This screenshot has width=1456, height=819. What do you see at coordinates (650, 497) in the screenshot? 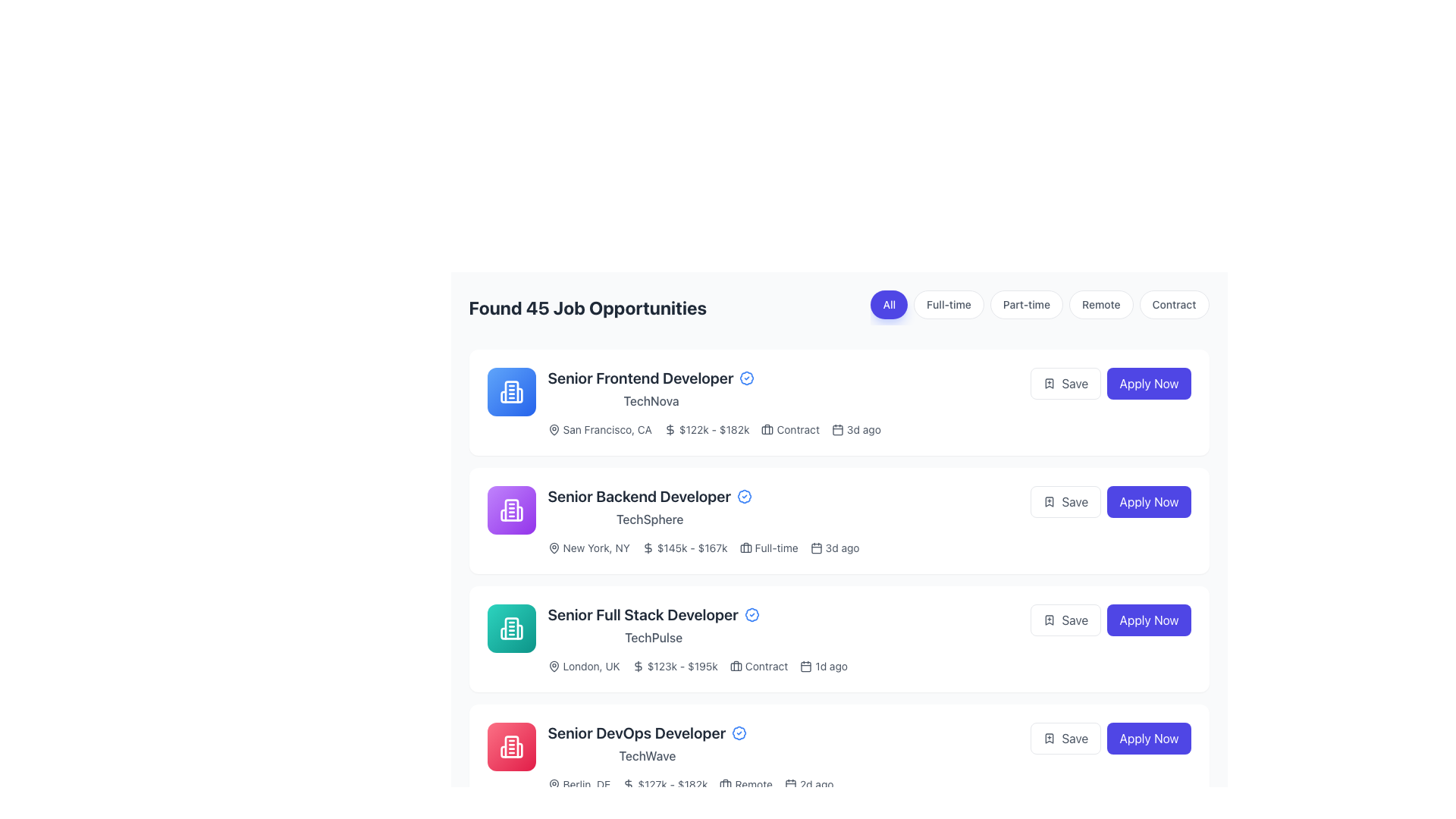
I see `the Text Label (Title) with an attached Icon for the job listing` at bounding box center [650, 497].